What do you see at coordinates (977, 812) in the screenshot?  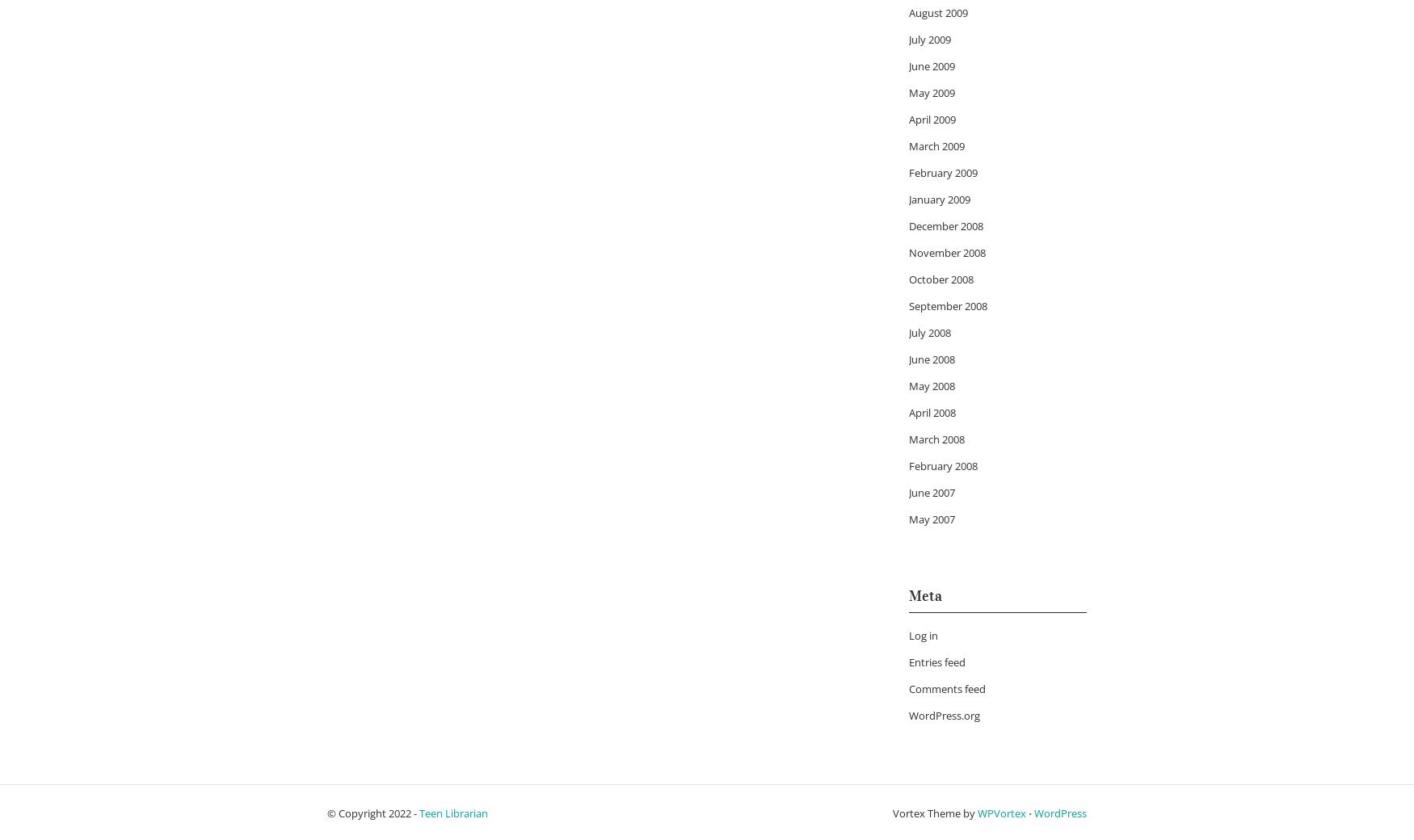 I see `'WPVortex'` at bounding box center [977, 812].